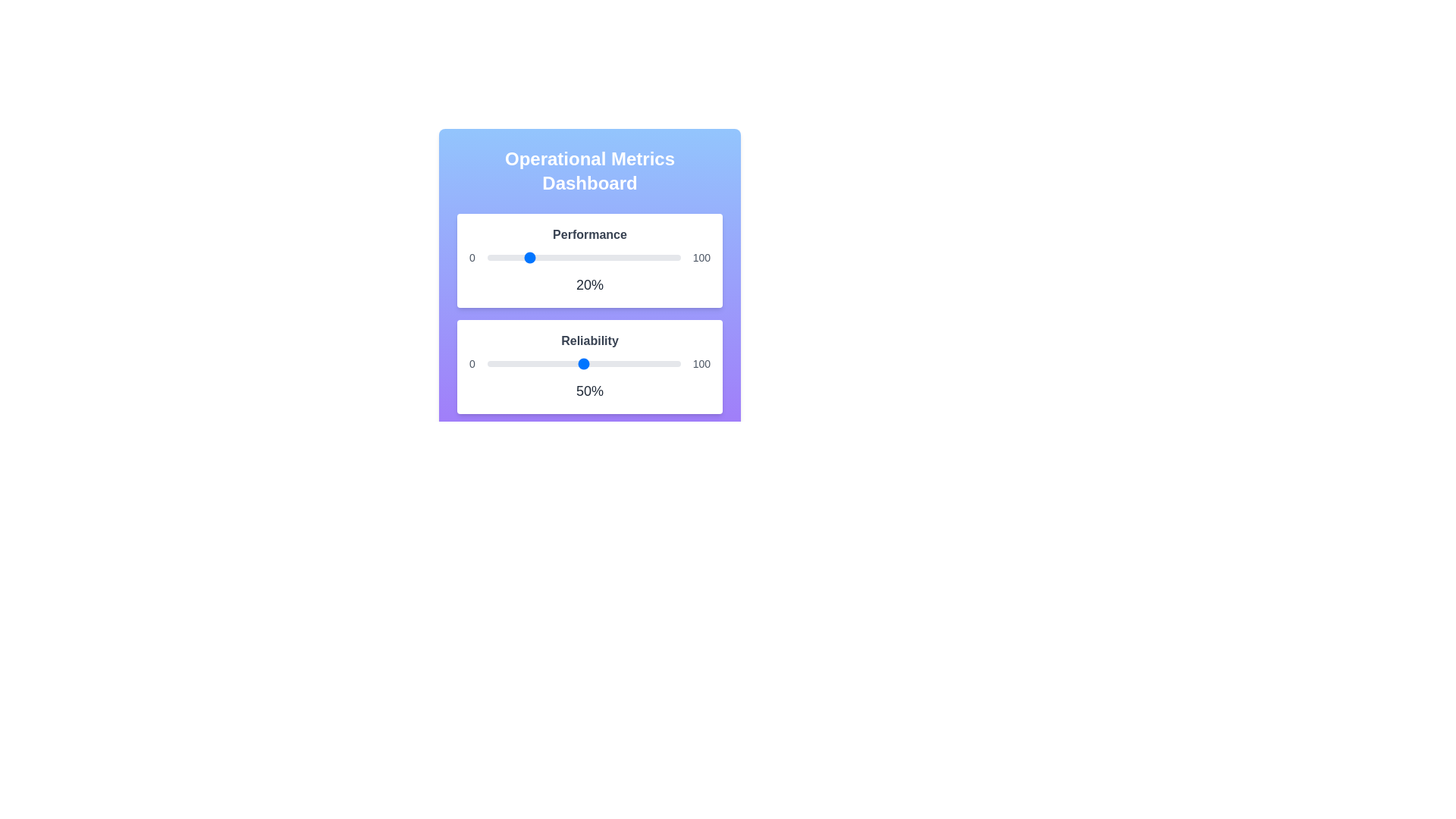  I want to click on the slider value, so click(503, 256).